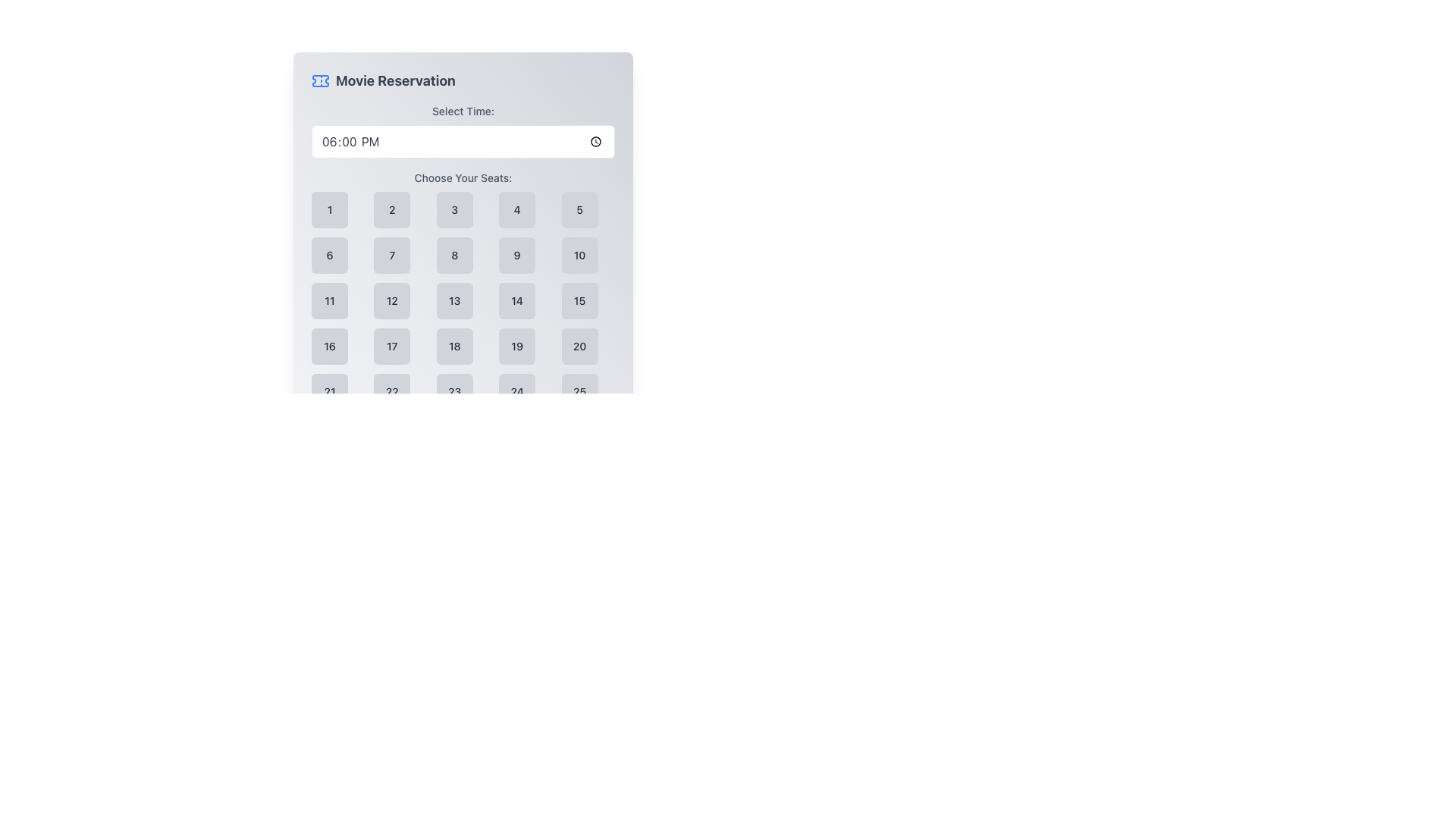  What do you see at coordinates (329, 346) in the screenshot?
I see `the seat selection button labeled '16' located in the fourth row of five buttons under 'Choose Your Seats'` at bounding box center [329, 346].